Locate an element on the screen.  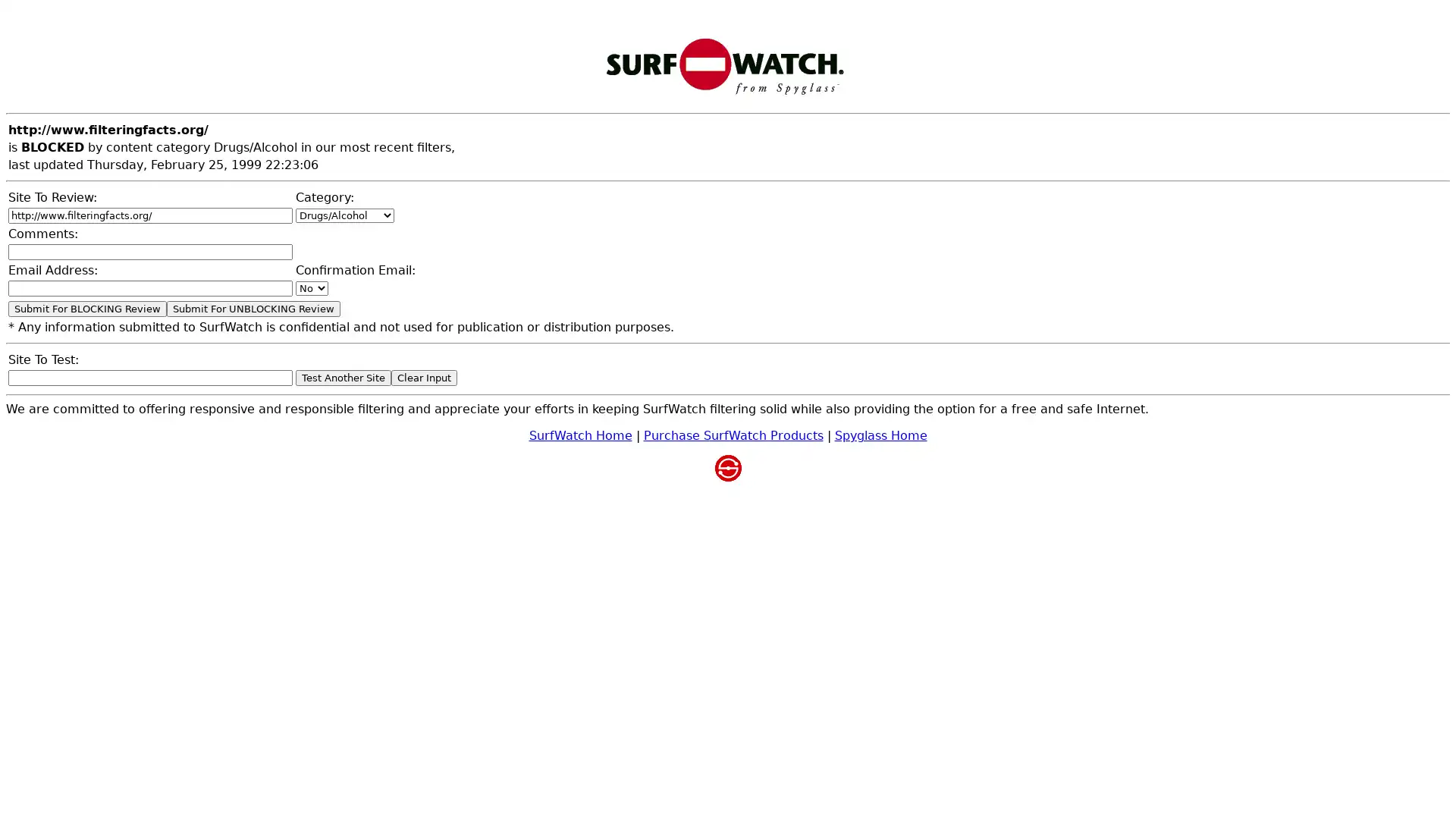
Clear Input is located at coordinates (424, 377).